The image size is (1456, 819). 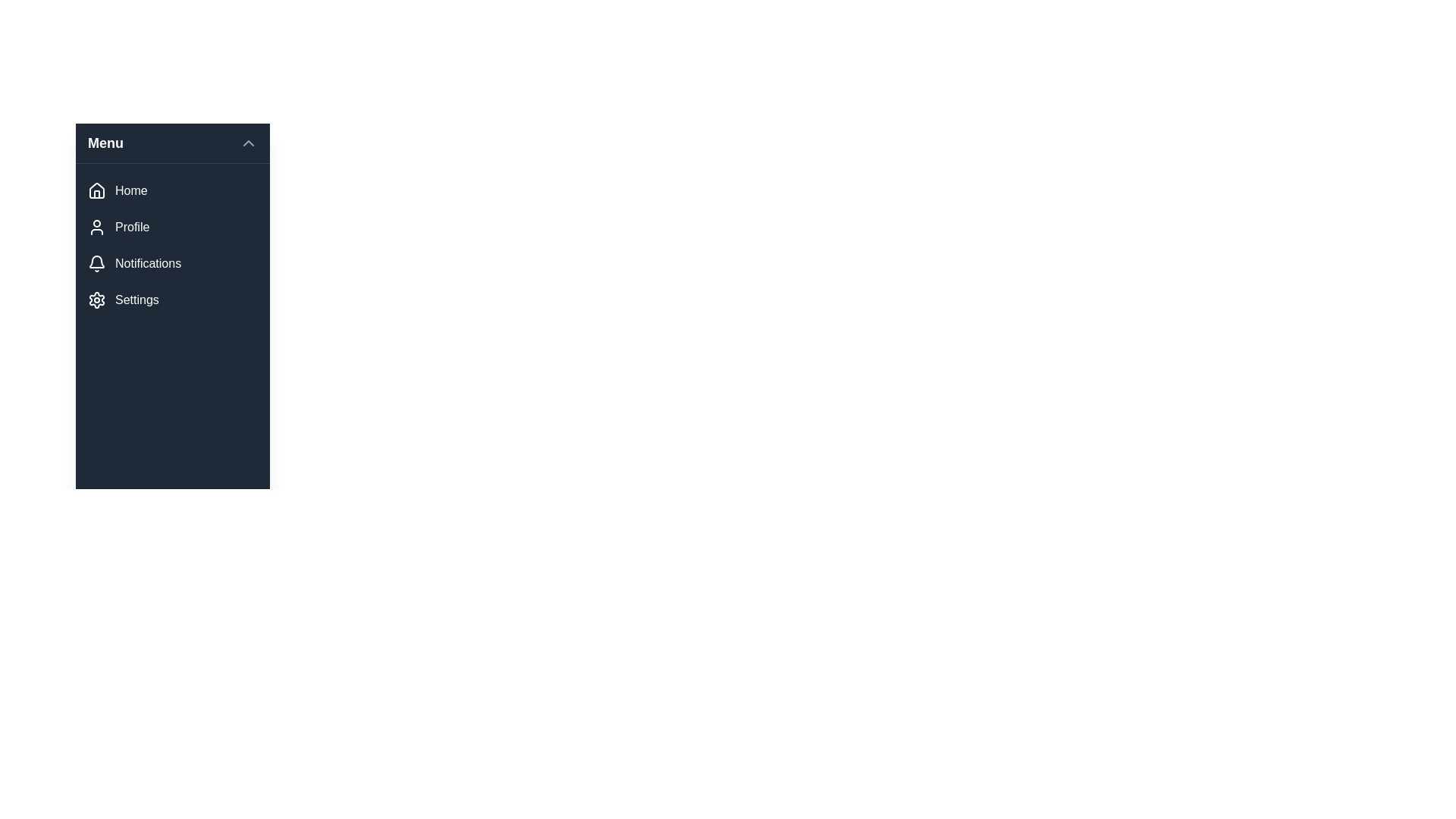 I want to click on text label indicating the application settings, located beneath the 'Notifications' menu item and to the right of the gear-shaped icon in the vertical menu on the left side of the interface, so click(x=136, y=300).